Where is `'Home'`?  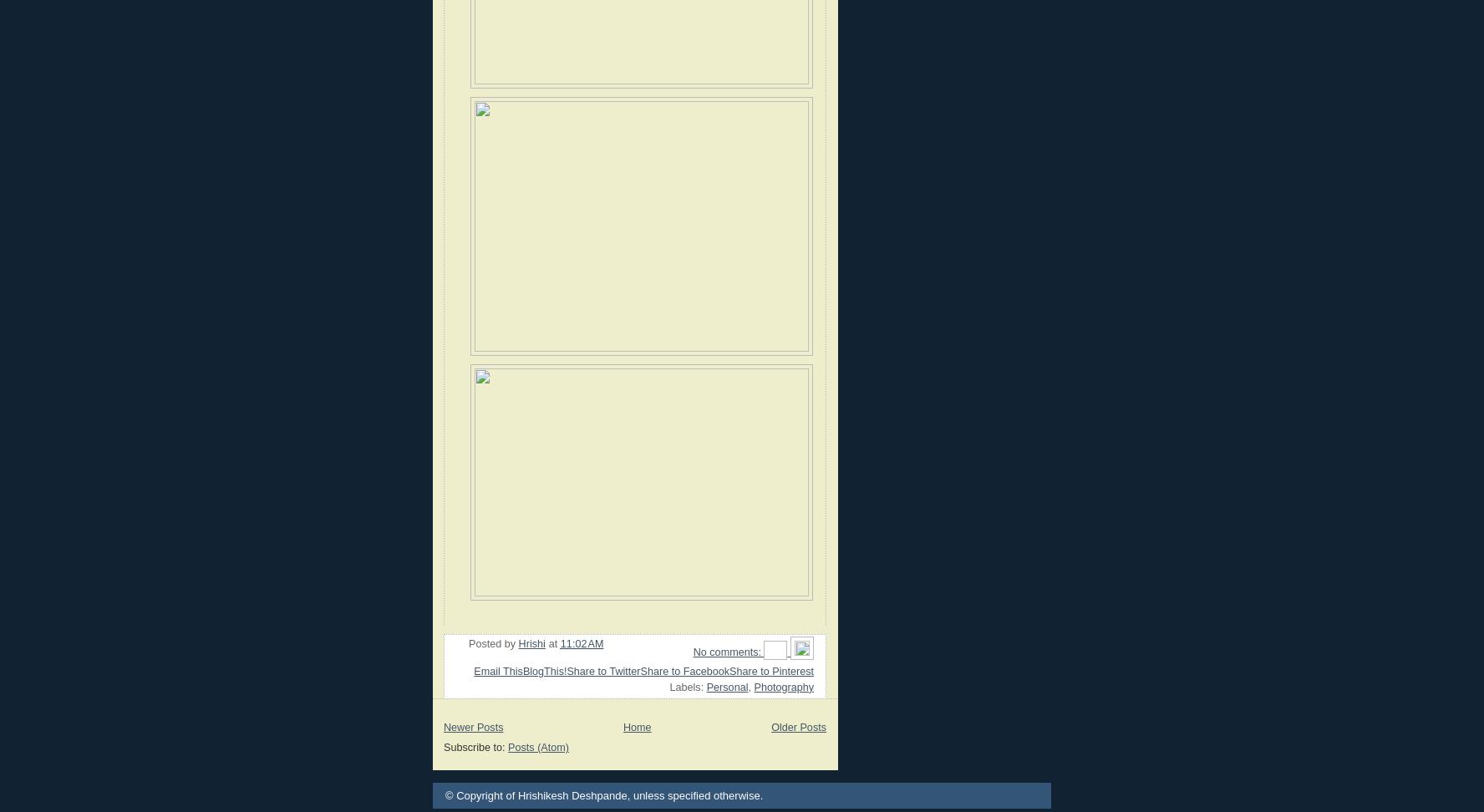
'Home' is located at coordinates (636, 727).